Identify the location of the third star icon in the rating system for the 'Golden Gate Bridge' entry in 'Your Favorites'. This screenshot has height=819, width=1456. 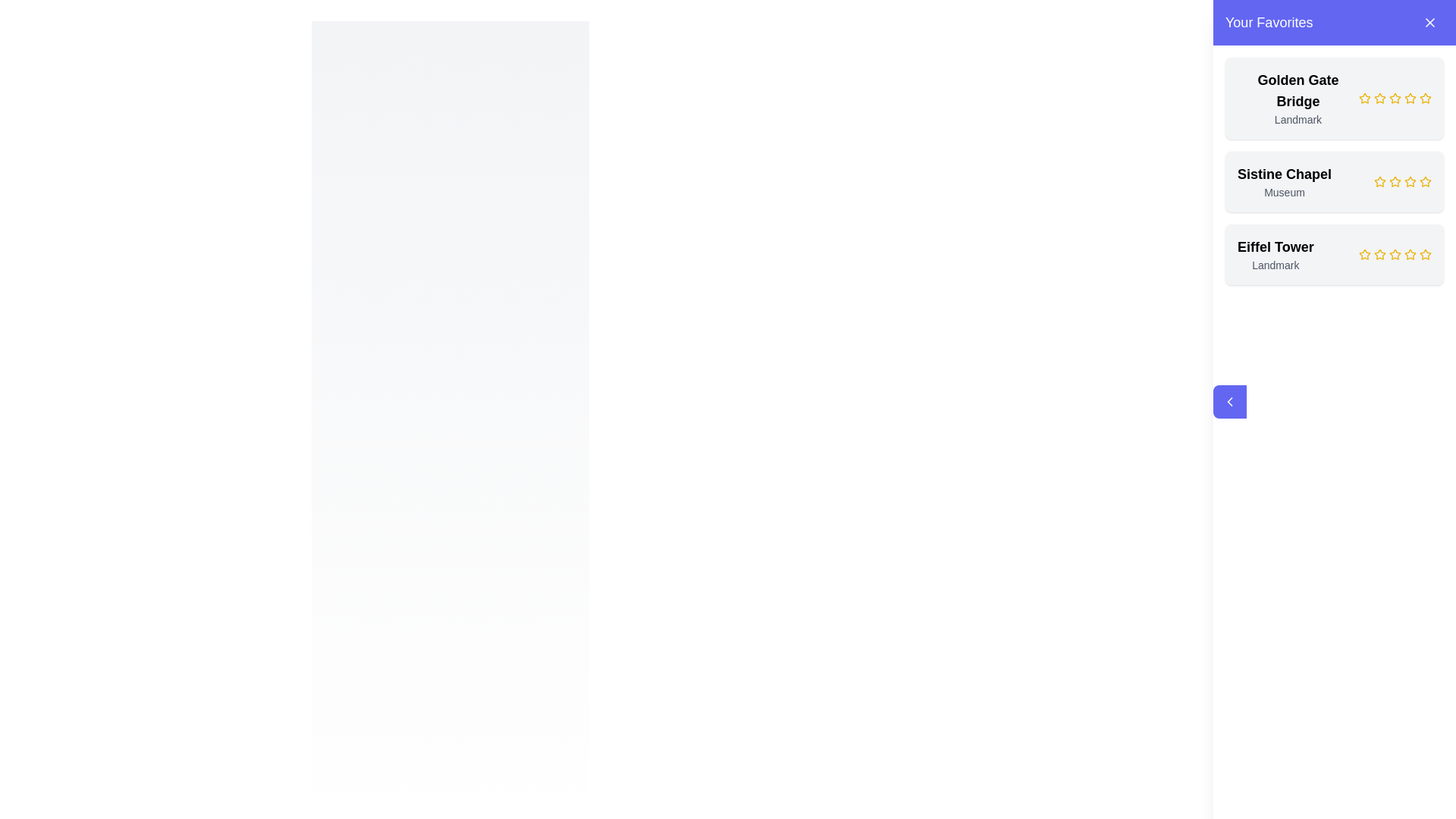
(1410, 99).